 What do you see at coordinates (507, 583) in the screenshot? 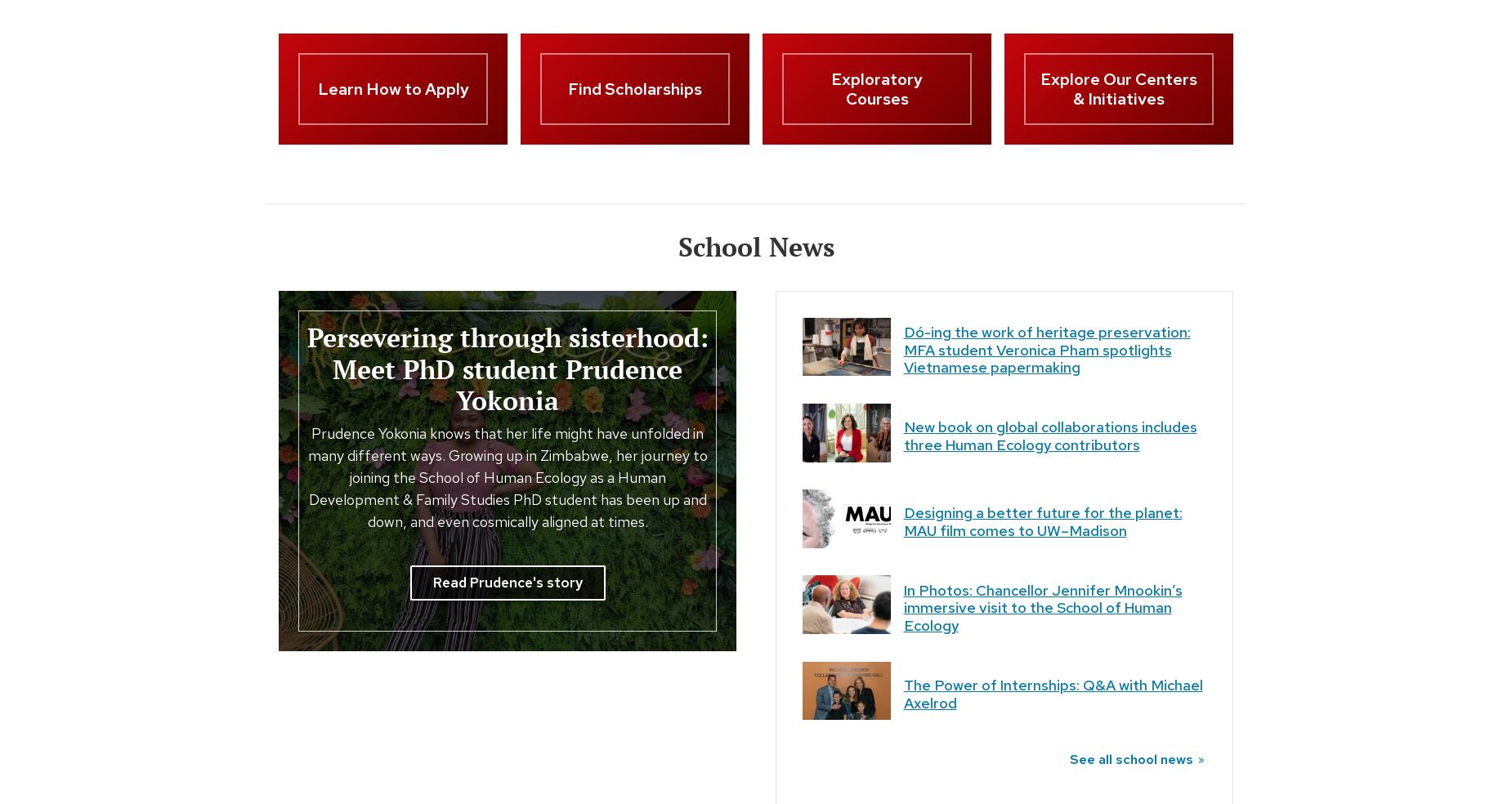
I see `'Read Prudence's story'` at bounding box center [507, 583].